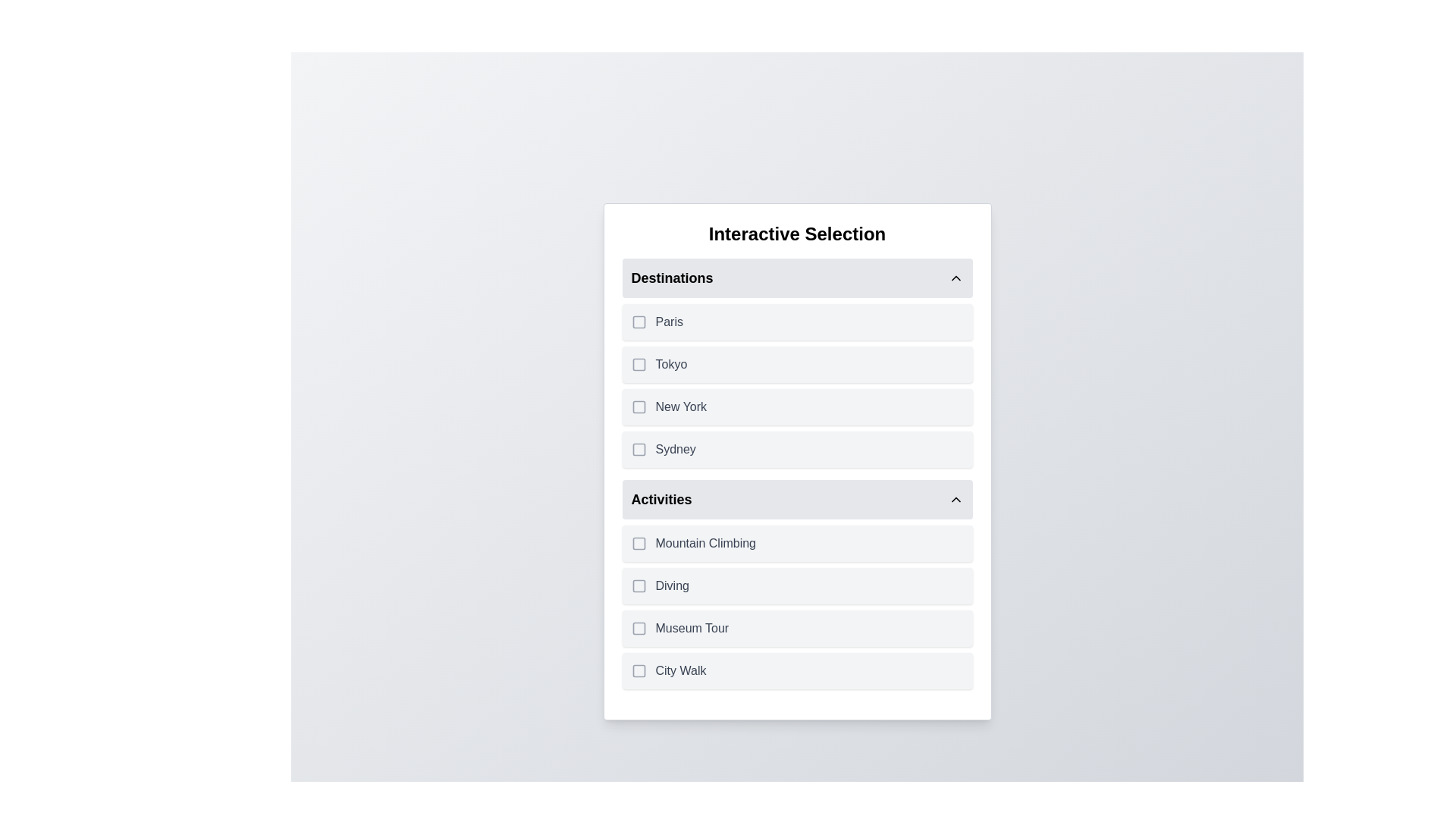 The width and height of the screenshot is (1456, 819). What do you see at coordinates (796, 543) in the screenshot?
I see `the item Mountain Climbing to trigger its hover effect` at bounding box center [796, 543].